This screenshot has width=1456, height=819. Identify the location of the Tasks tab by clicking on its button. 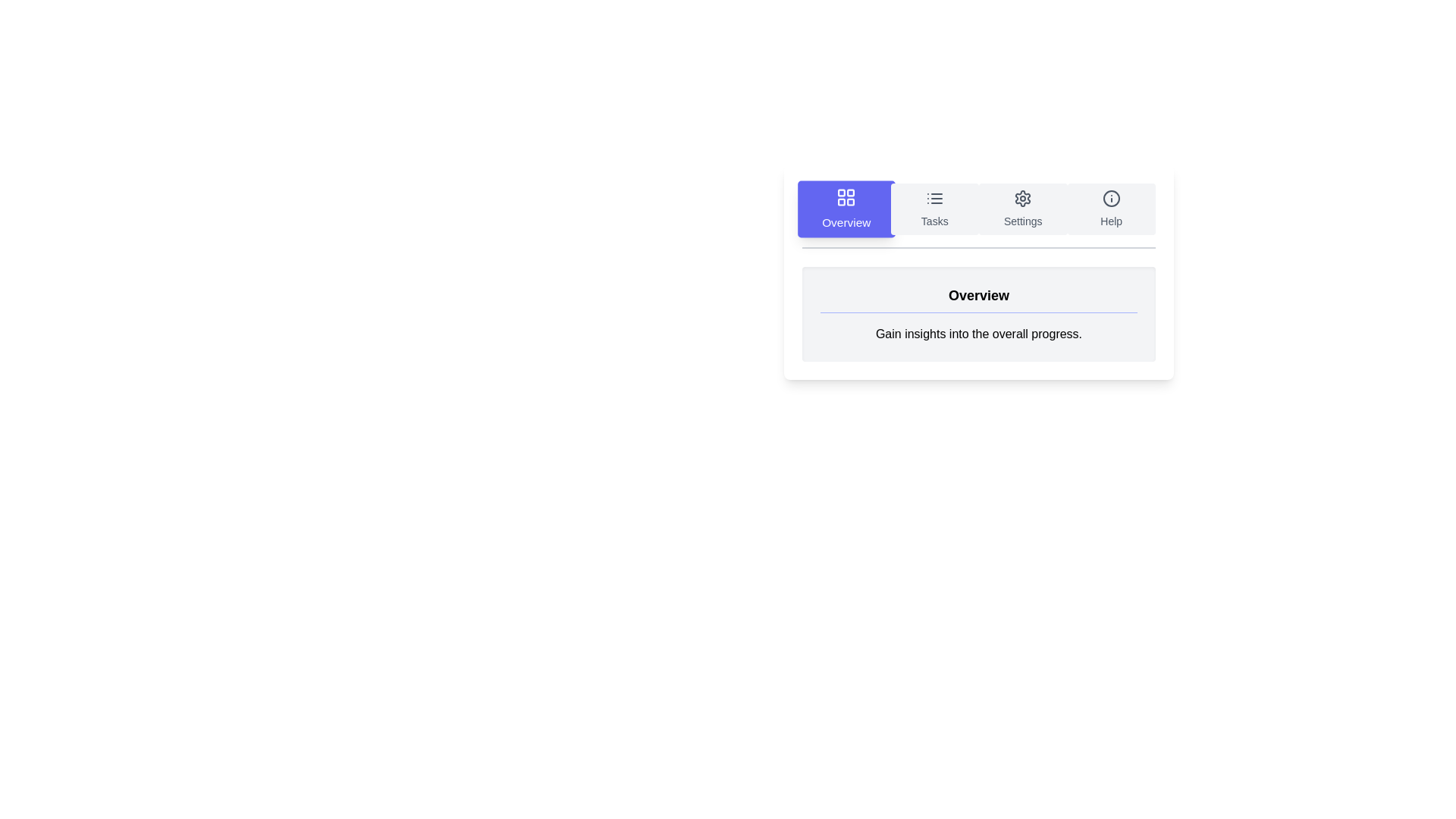
(934, 209).